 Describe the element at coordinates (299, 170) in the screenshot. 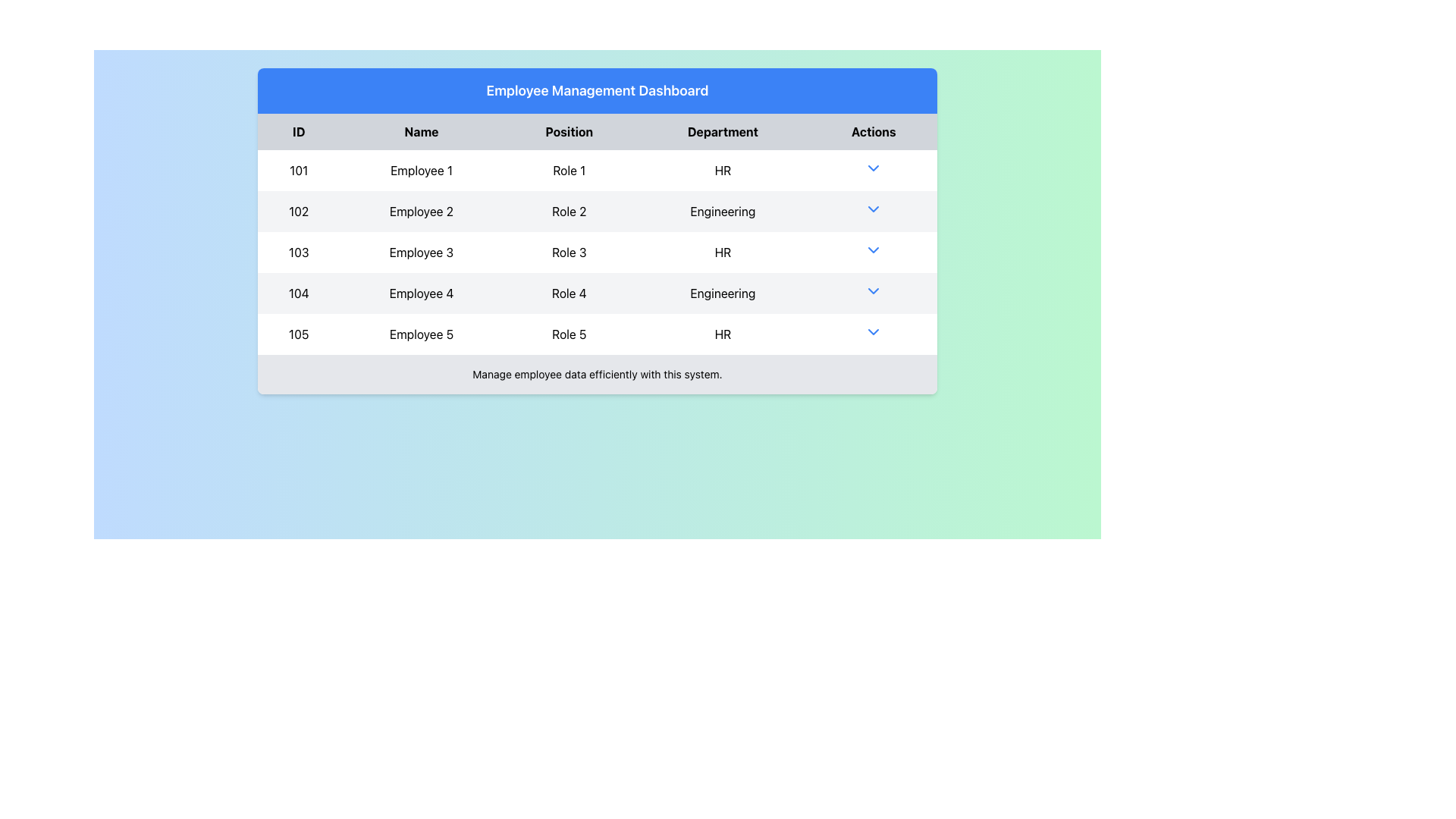

I see `the table cell displaying the text '101', which is located in the first row under the 'ID' column with a gray heading background` at that location.